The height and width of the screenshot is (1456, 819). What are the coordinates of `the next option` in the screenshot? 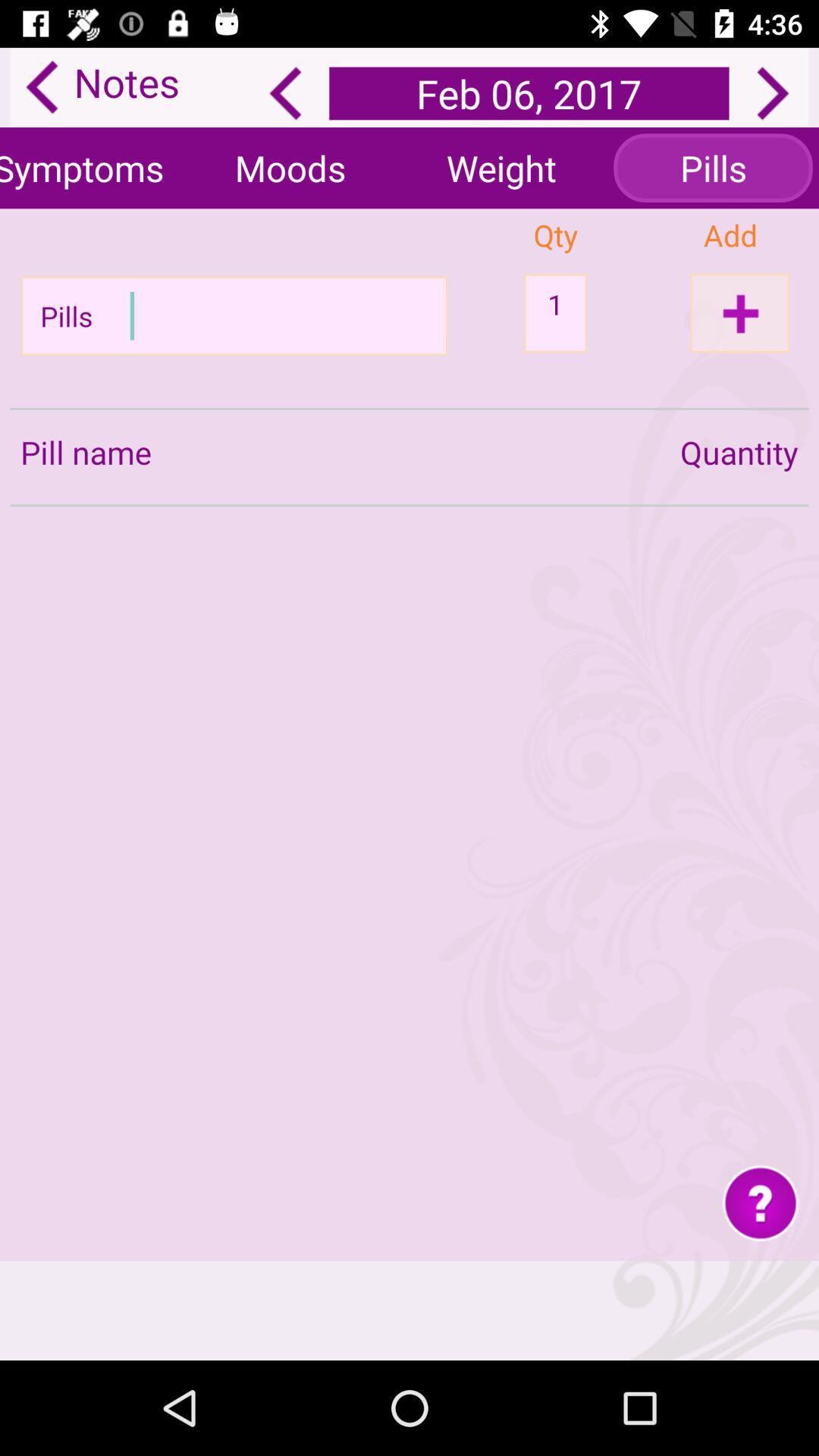 It's located at (773, 93).